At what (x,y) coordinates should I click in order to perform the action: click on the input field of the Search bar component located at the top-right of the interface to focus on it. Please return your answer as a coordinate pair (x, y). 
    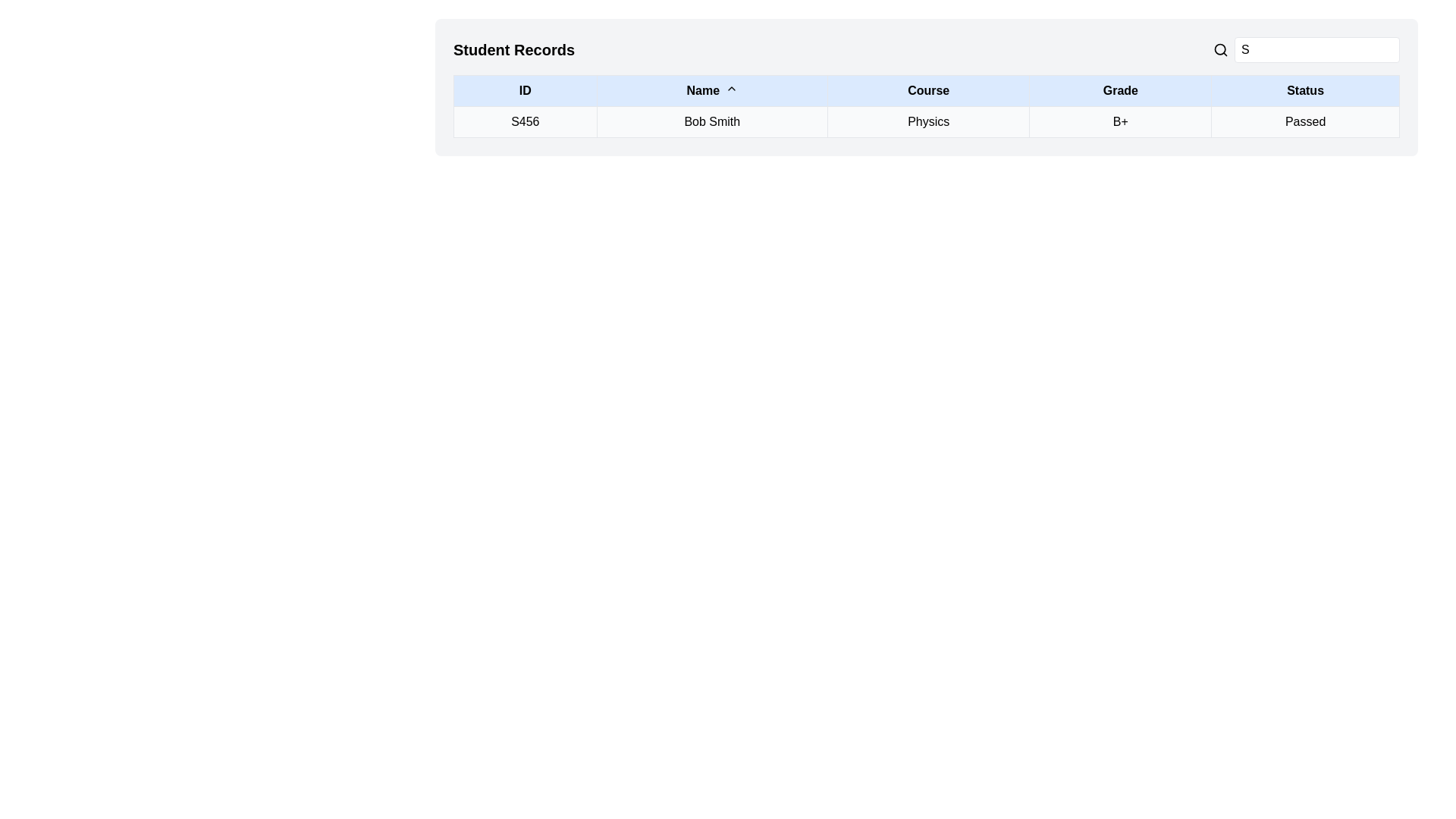
    Looking at the image, I should click on (1306, 49).